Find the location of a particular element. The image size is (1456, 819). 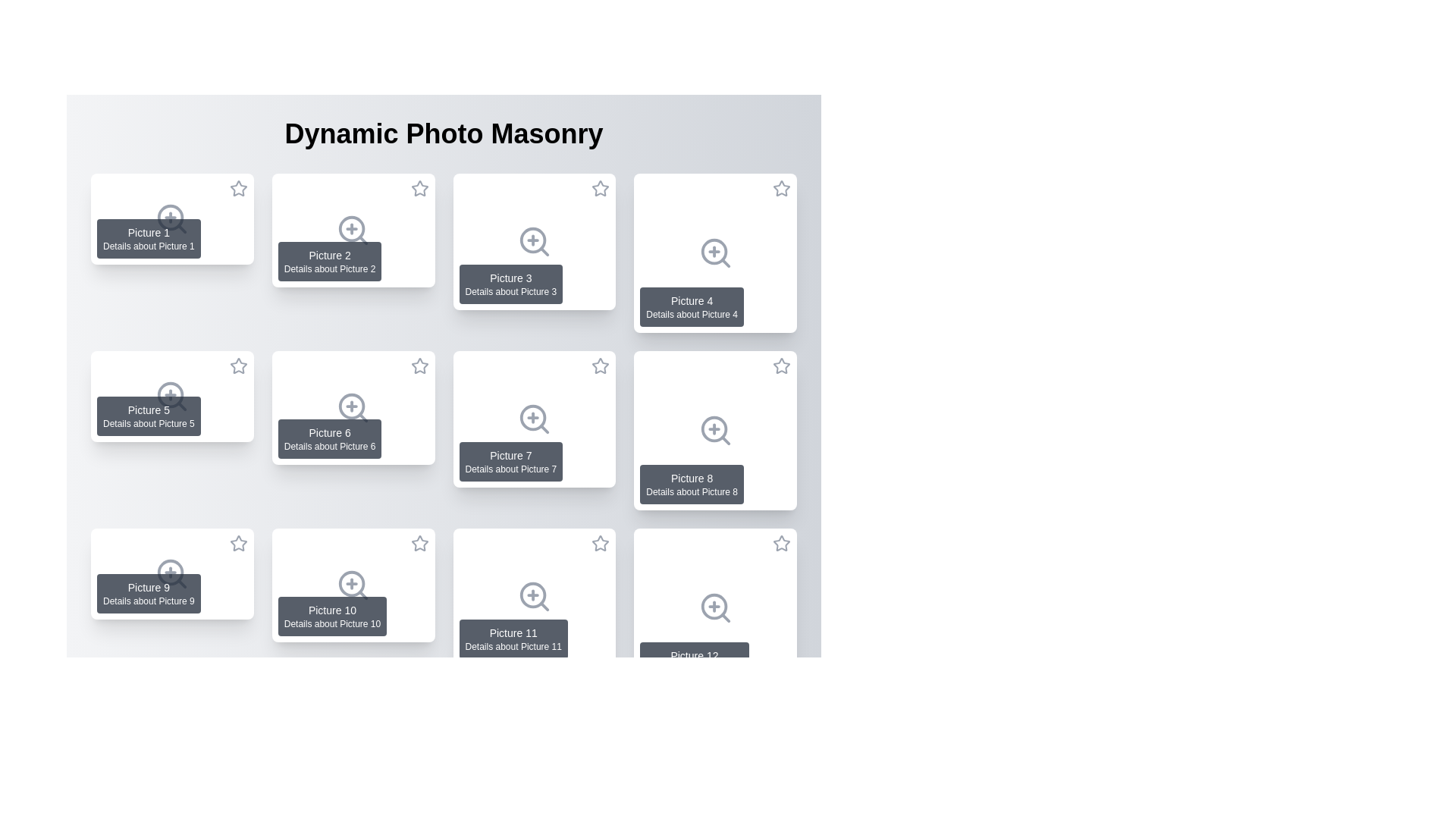

text label that displays 'Picture 6' in white font on a dark gray background, located in the third row and second column of the grid is located at coordinates (329, 432).